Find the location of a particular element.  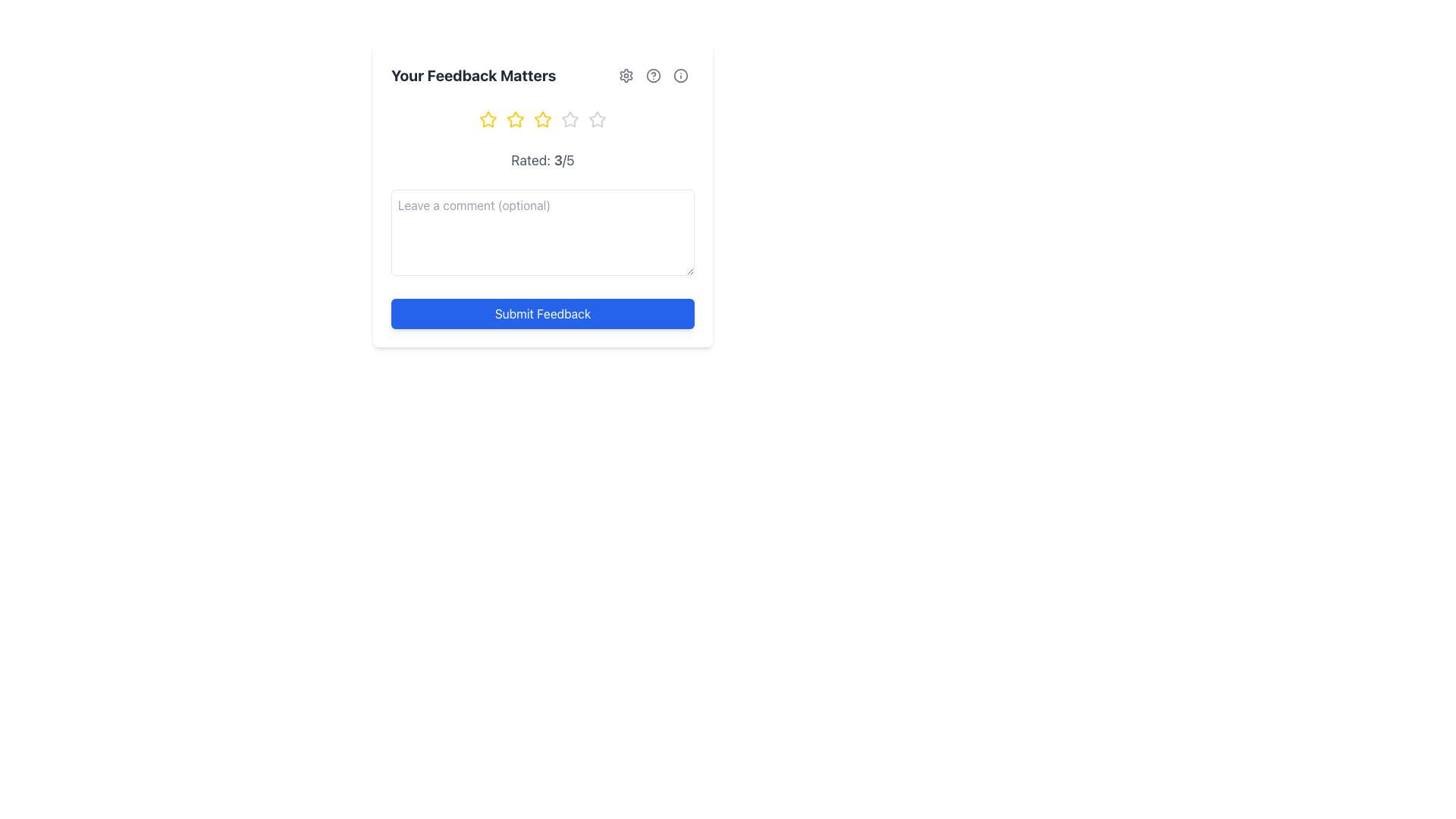

the circular information icon with a hollow outline and a vertical line inside, located at the top-right corner of the feedback widget is located at coordinates (679, 76).